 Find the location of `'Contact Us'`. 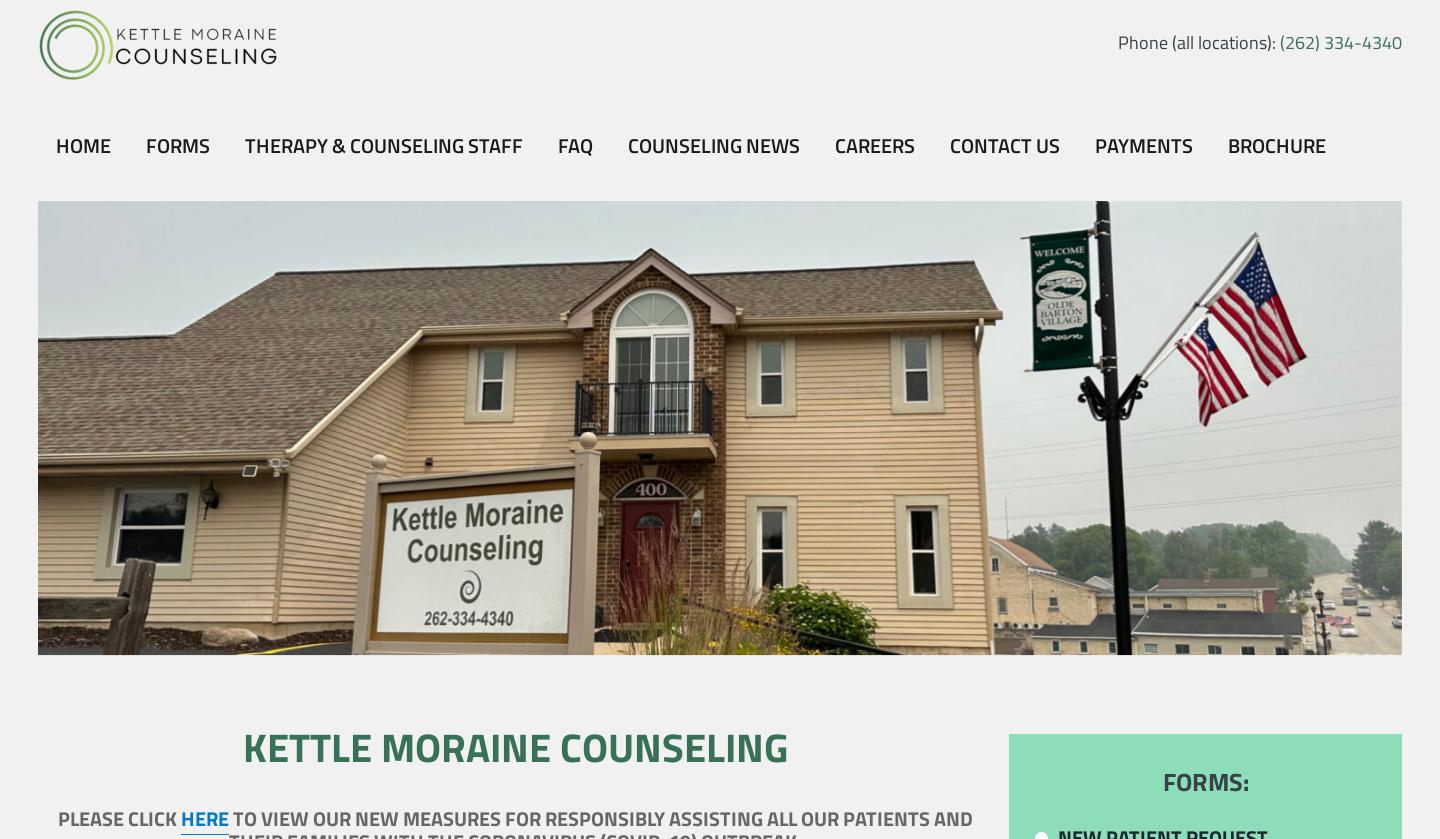

'Contact Us' is located at coordinates (1002, 145).